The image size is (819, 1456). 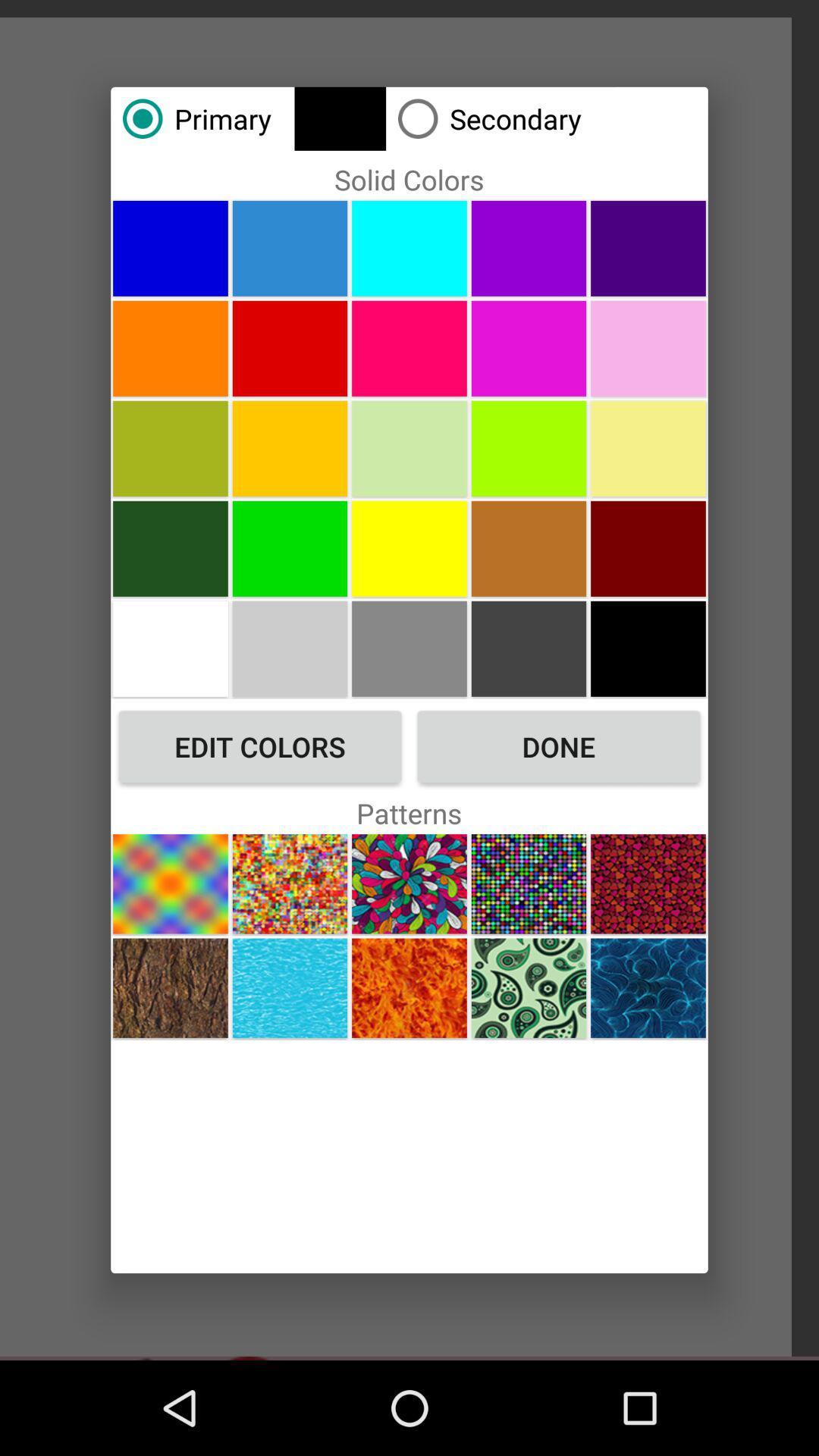 I want to click on color orange, so click(x=170, y=347).